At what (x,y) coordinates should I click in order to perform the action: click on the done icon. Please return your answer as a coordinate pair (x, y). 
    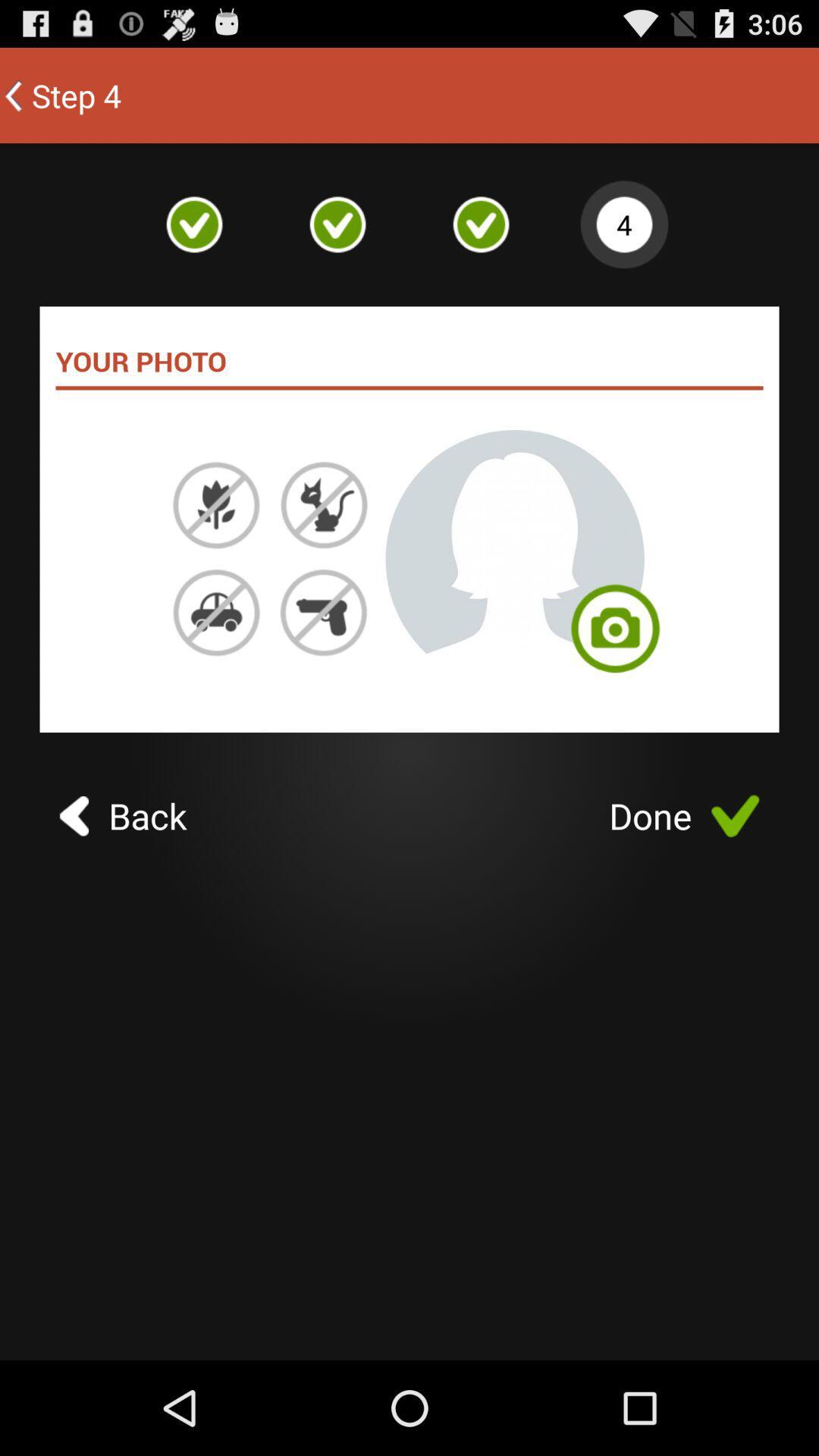
    Looking at the image, I should click on (684, 815).